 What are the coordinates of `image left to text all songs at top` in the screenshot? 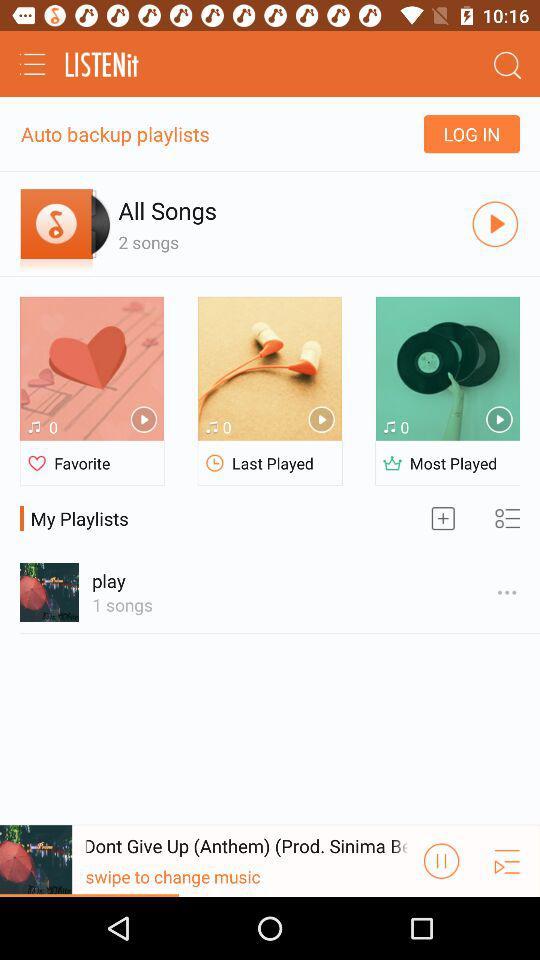 It's located at (65, 224).